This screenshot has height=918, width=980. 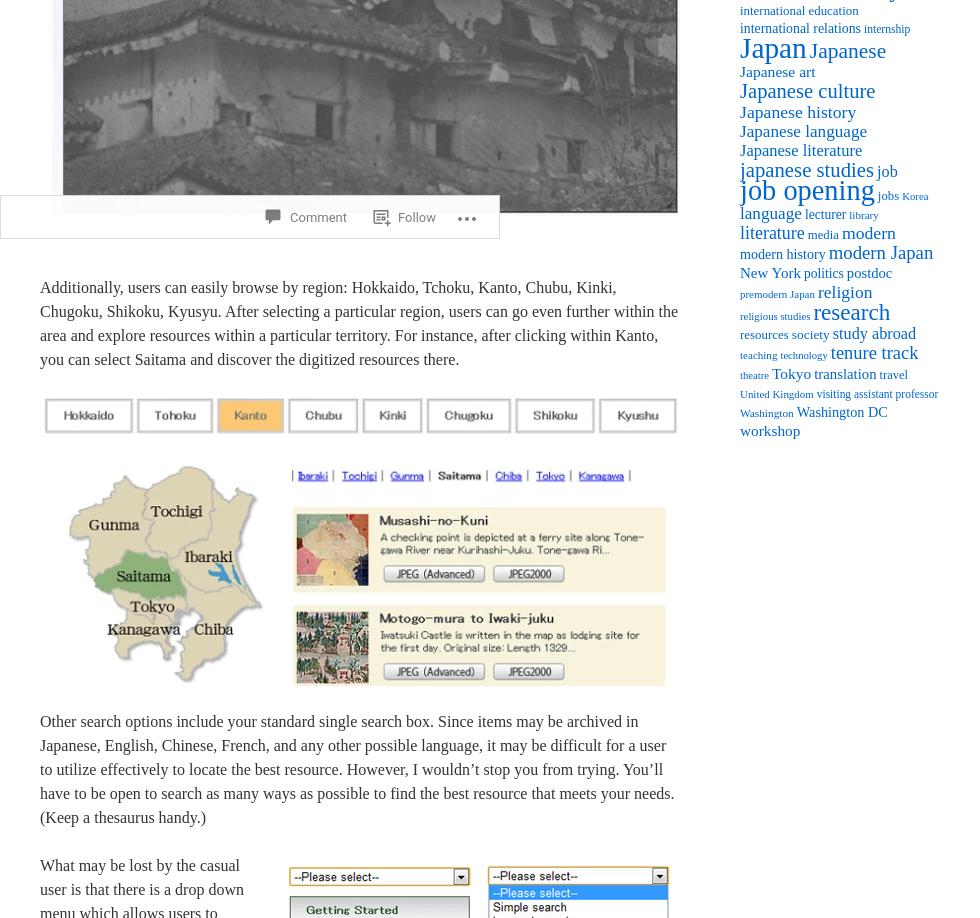 What do you see at coordinates (807, 89) in the screenshot?
I see `'Japanese culture'` at bounding box center [807, 89].